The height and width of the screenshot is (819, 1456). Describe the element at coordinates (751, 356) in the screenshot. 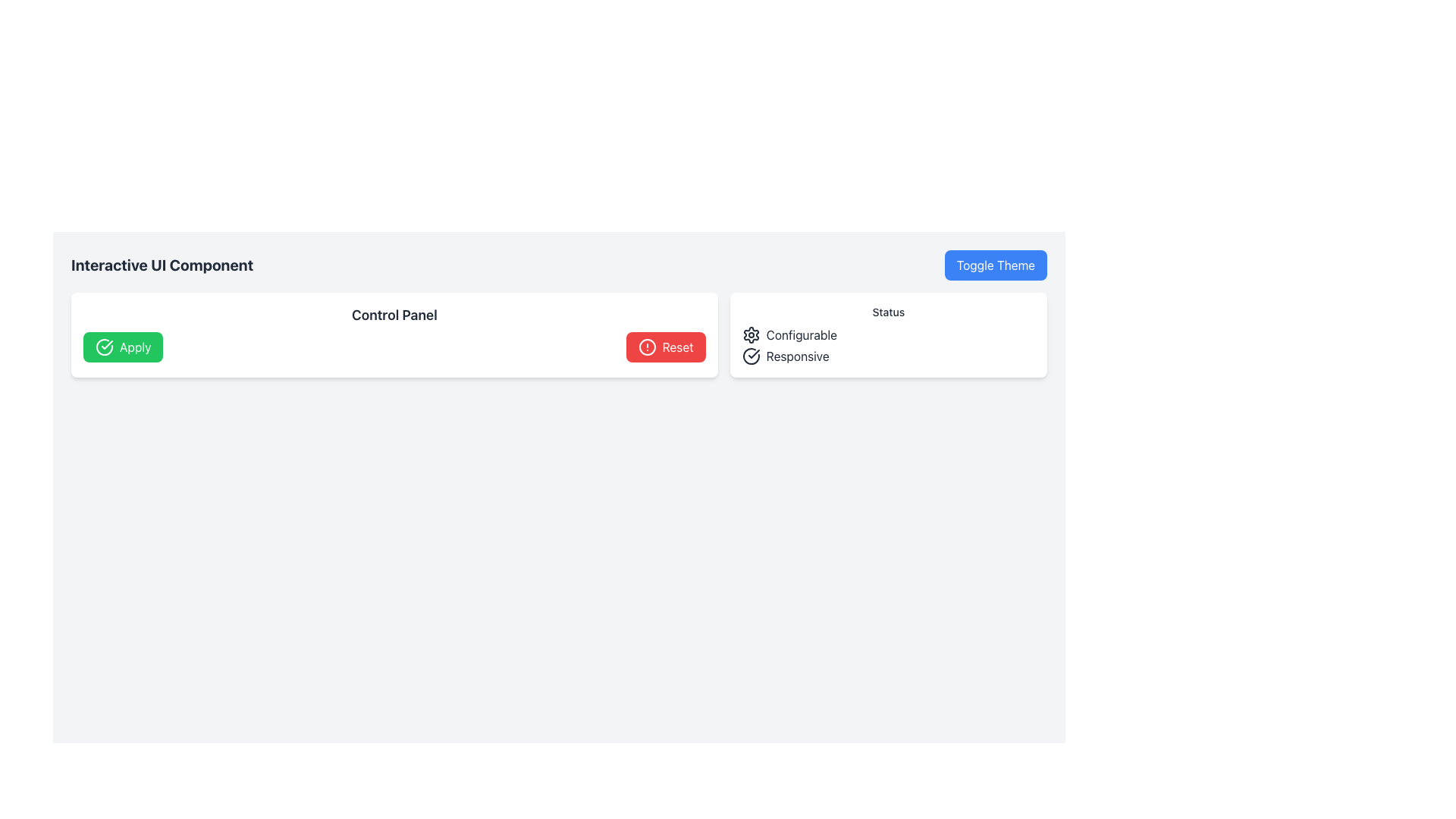

I see `the SVG icon indicating the responsiveness status, which is located in the 'Status' section at the top-right of the interface, aligned to the left of the 'Responsive' text` at that location.